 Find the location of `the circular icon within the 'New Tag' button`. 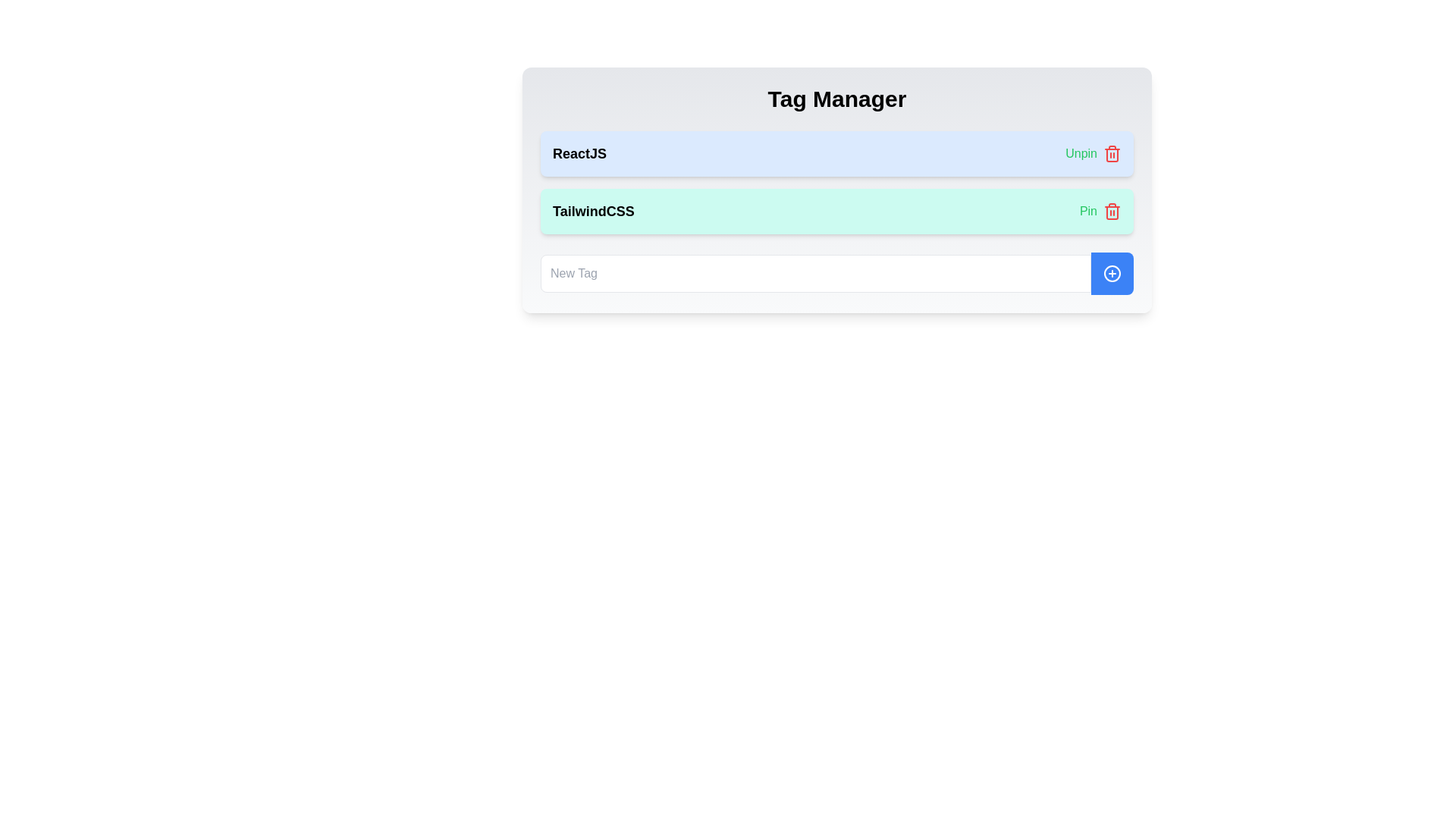

the circular icon within the 'New Tag' button is located at coordinates (1112, 274).